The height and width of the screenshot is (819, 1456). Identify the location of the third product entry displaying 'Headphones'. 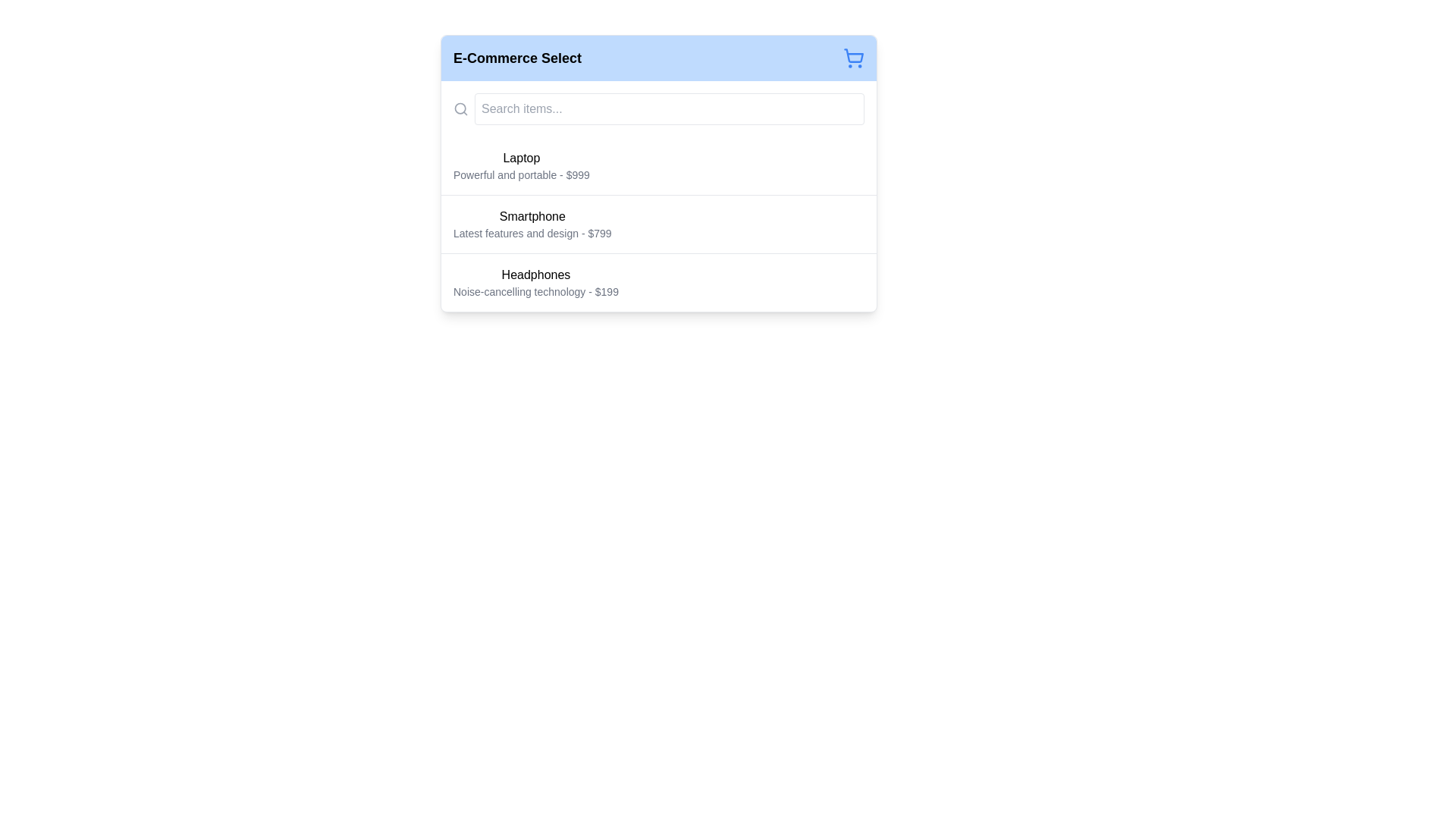
(658, 282).